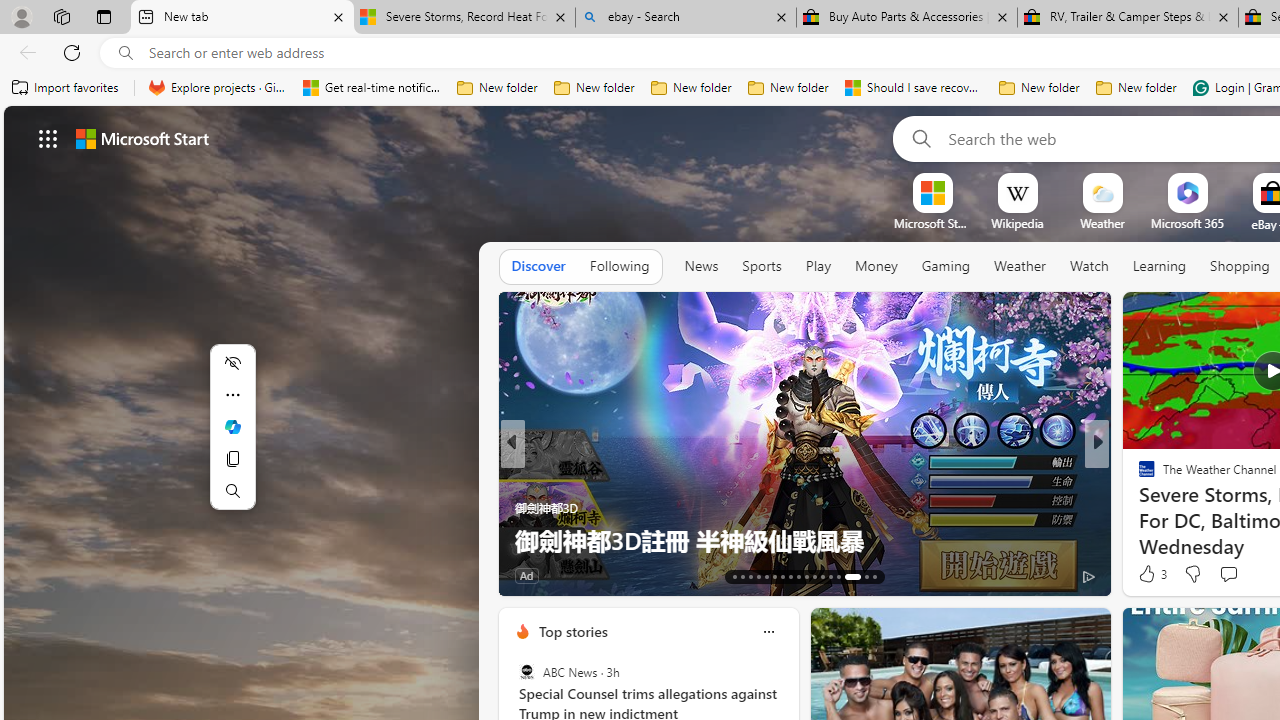 This screenshot has height=720, width=1280. What do you see at coordinates (767, 631) in the screenshot?
I see `'More options'` at bounding box center [767, 631].